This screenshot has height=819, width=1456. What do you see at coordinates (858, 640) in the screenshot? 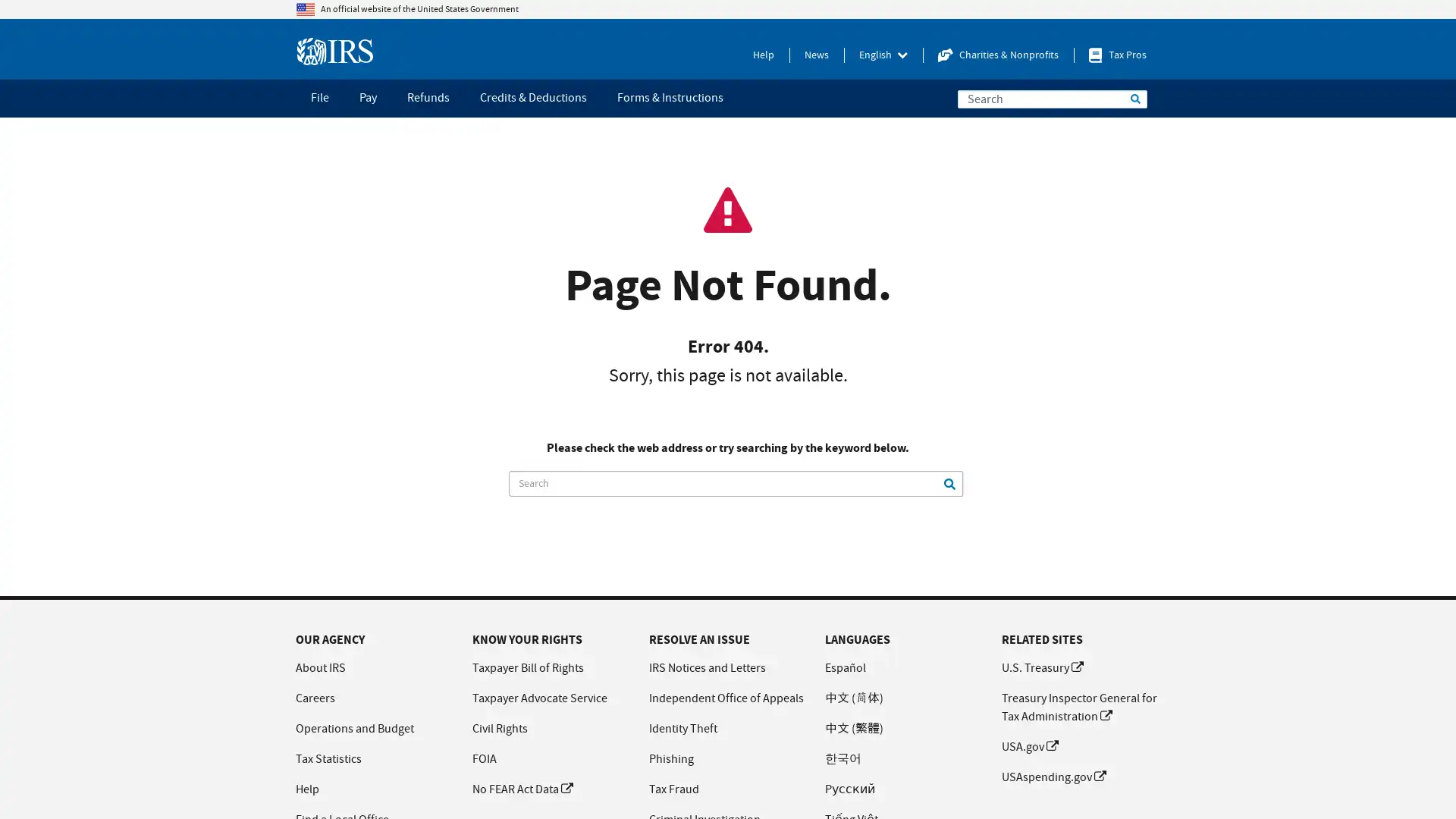
I see `LANGUAGES` at bounding box center [858, 640].